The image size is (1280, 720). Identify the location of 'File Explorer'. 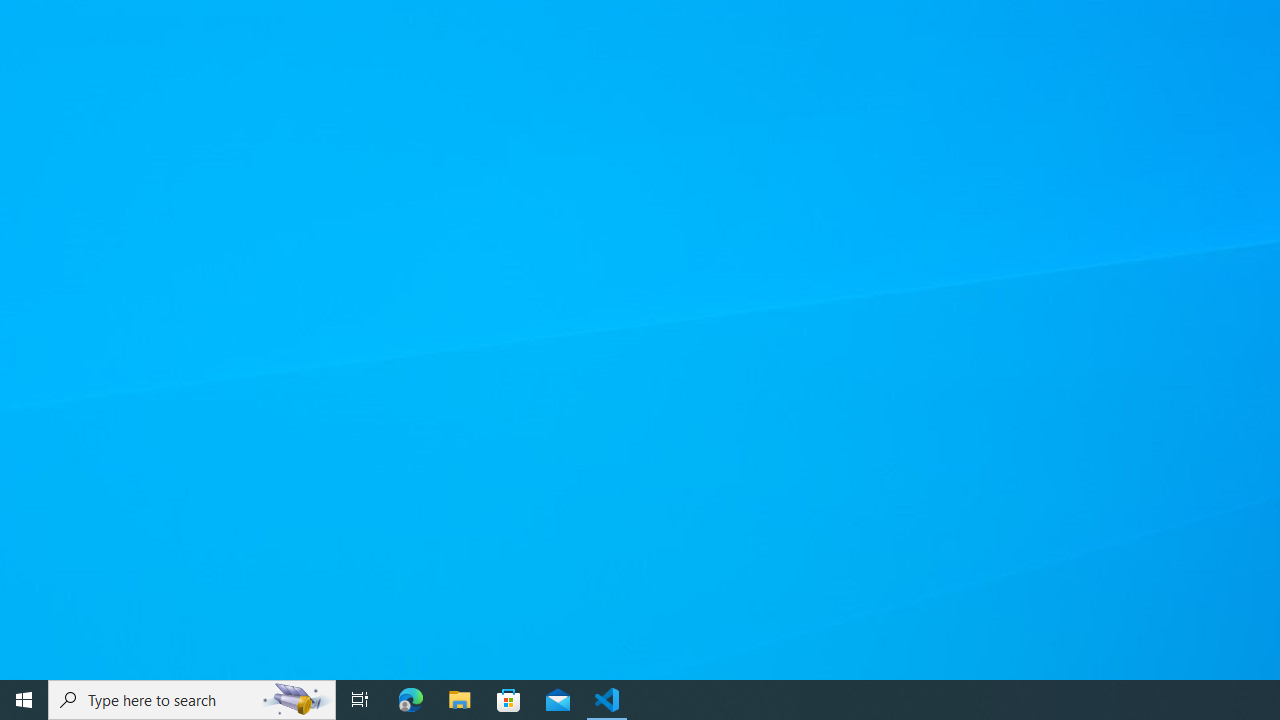
(459, 698).